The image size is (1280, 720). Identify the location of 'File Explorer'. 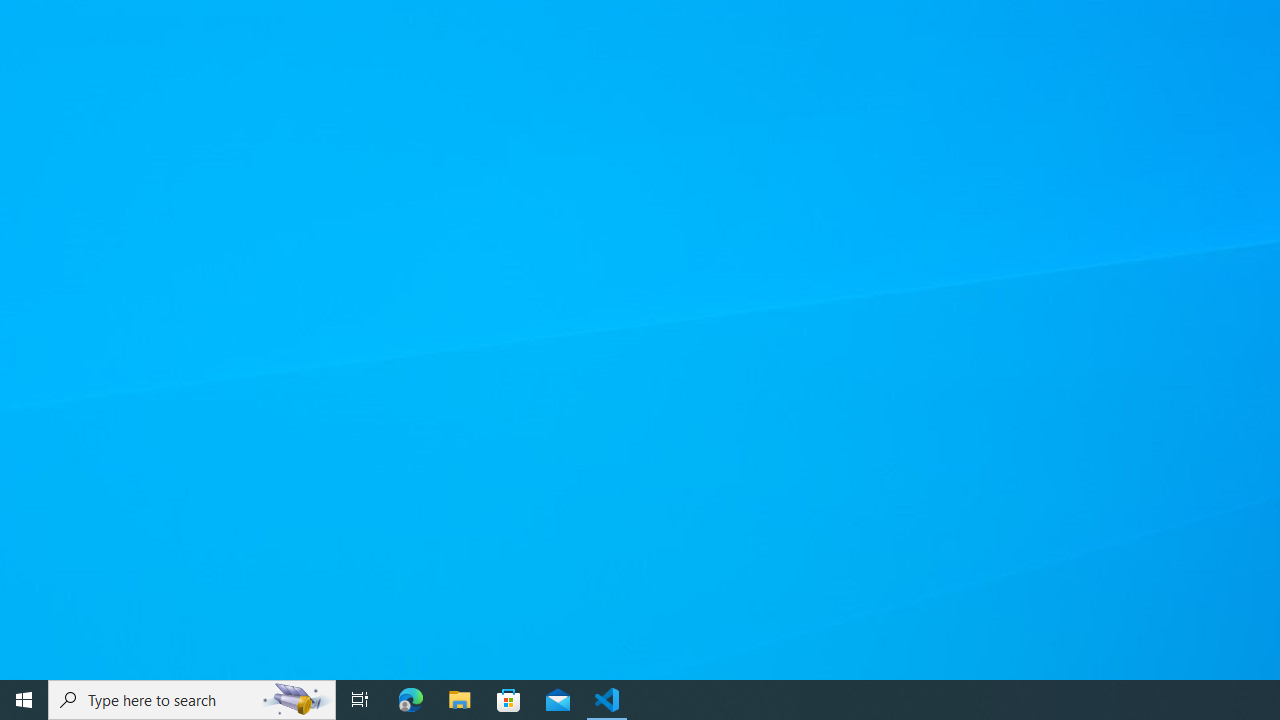
(459, 698).